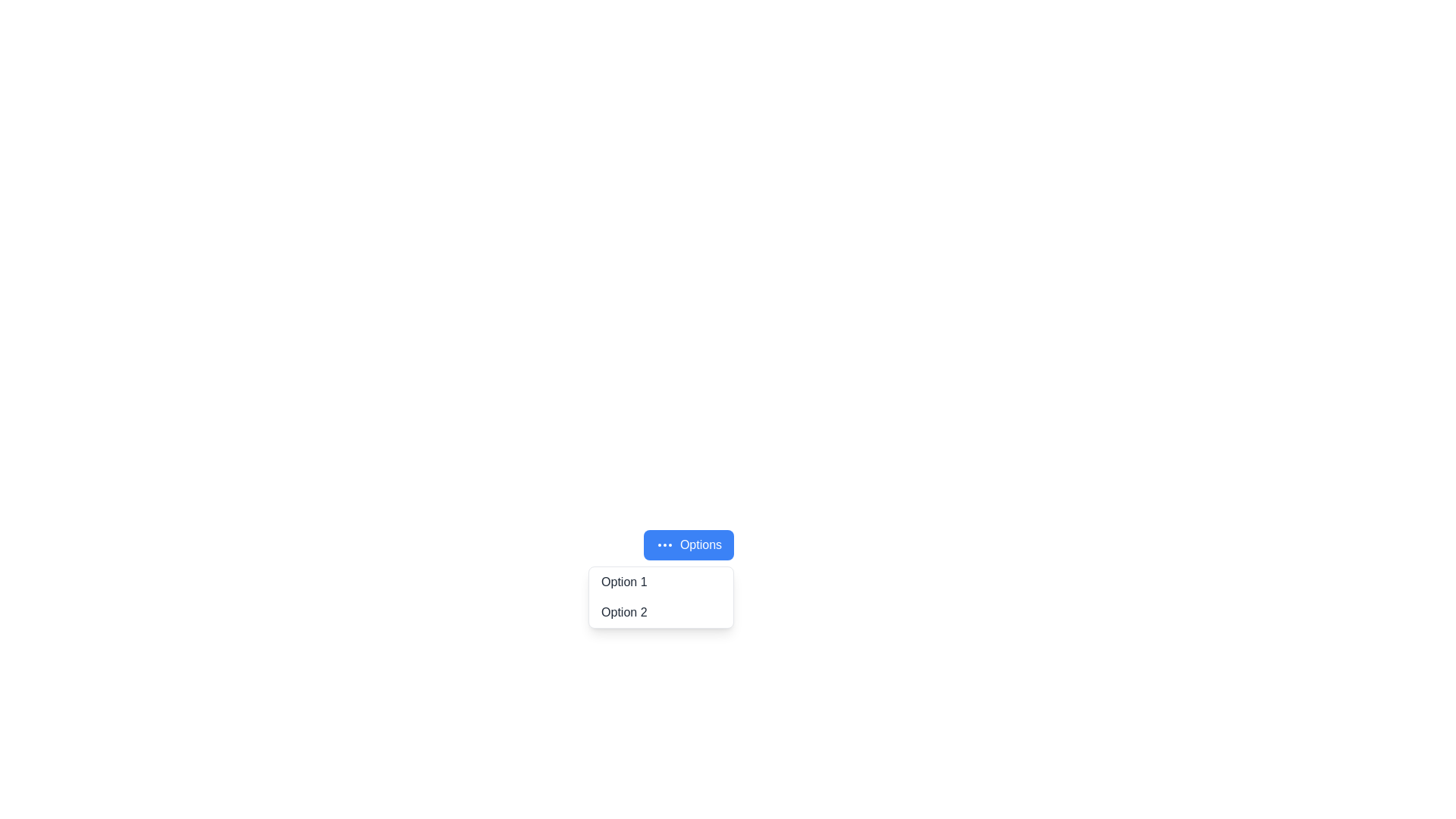  What do you see at coordinates (661, 596) in the screenshot?
I see `the dropdown menu` at bounding box center [661, 596].